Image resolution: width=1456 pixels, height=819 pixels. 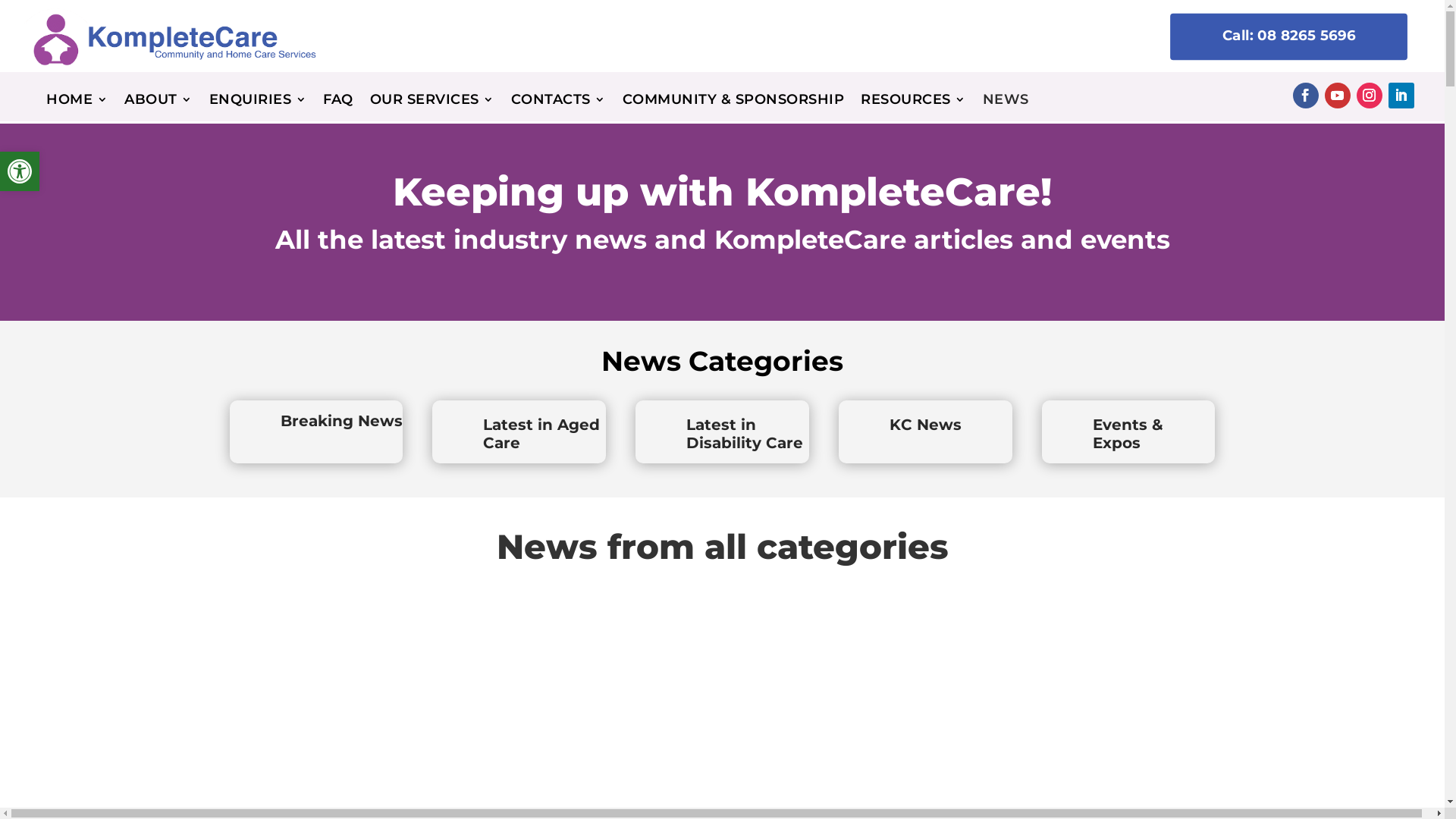 I want to click on 'CONTACTS', so click(x=557, y=102).